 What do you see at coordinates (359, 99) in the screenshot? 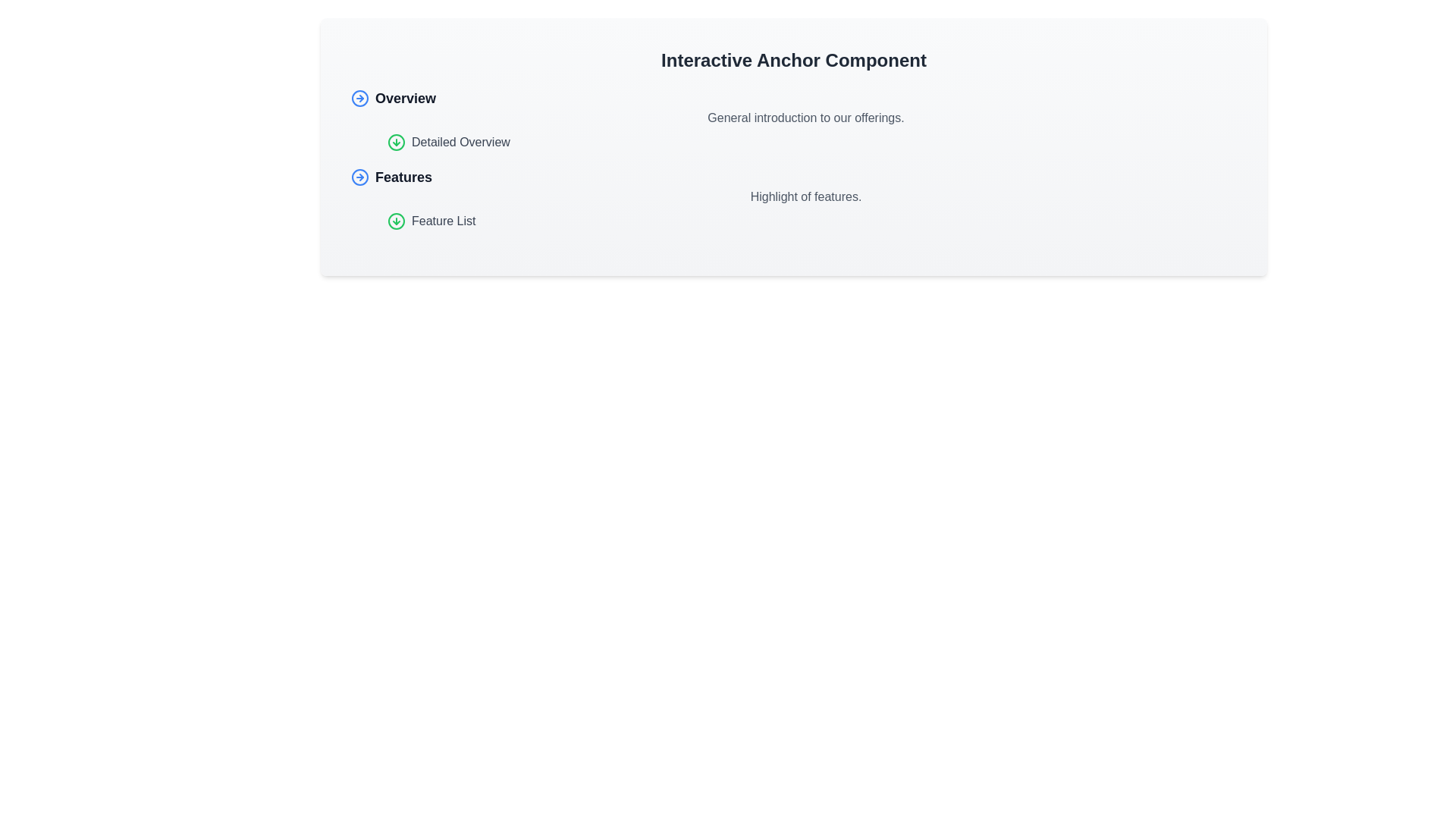
I see `the navigation icon leading to the 'Overview' section, which is located to the left of the 'Overview' text label` at bounding box center [359, 99].